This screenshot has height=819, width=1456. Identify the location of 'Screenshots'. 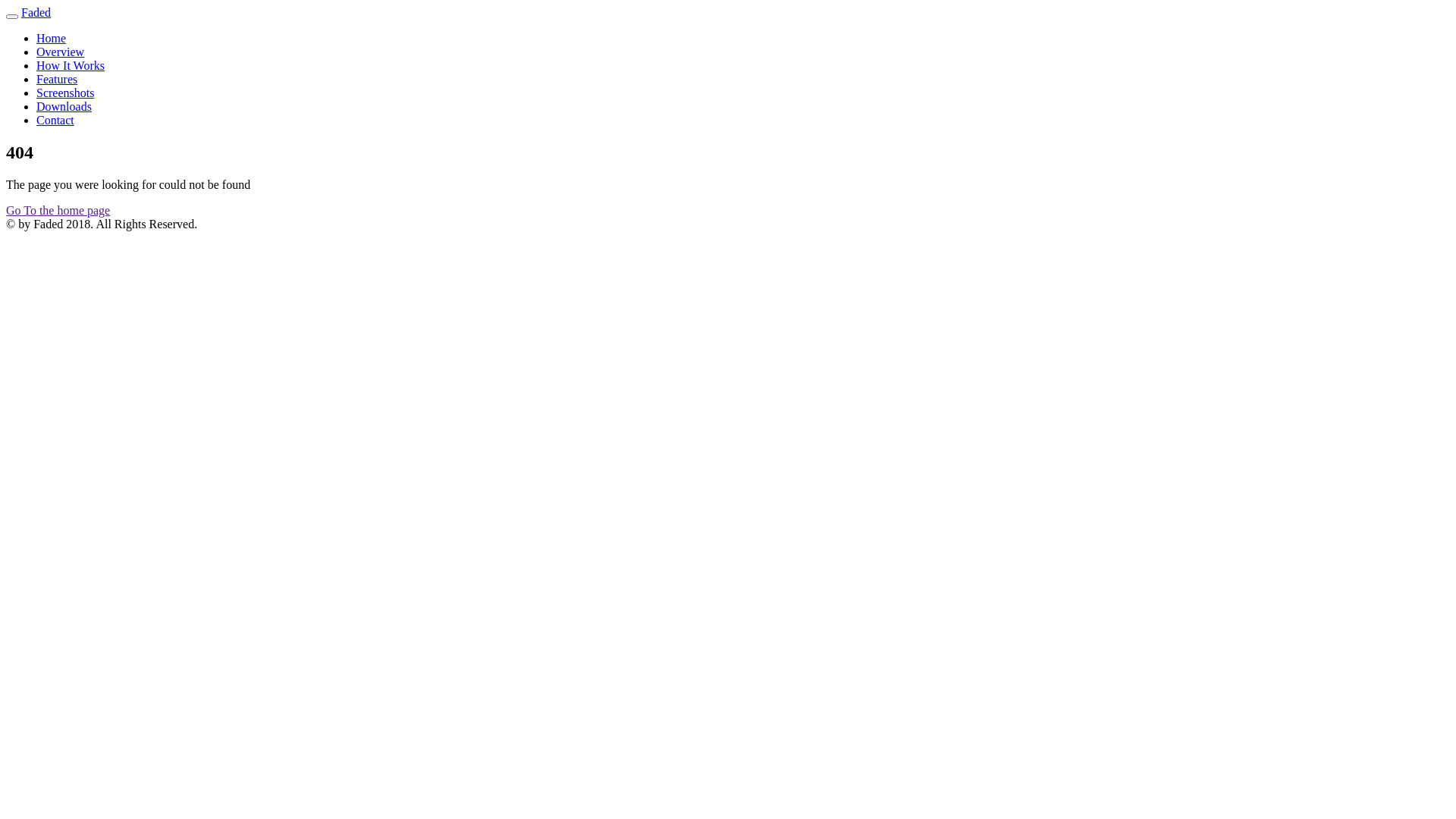
(64, 93).